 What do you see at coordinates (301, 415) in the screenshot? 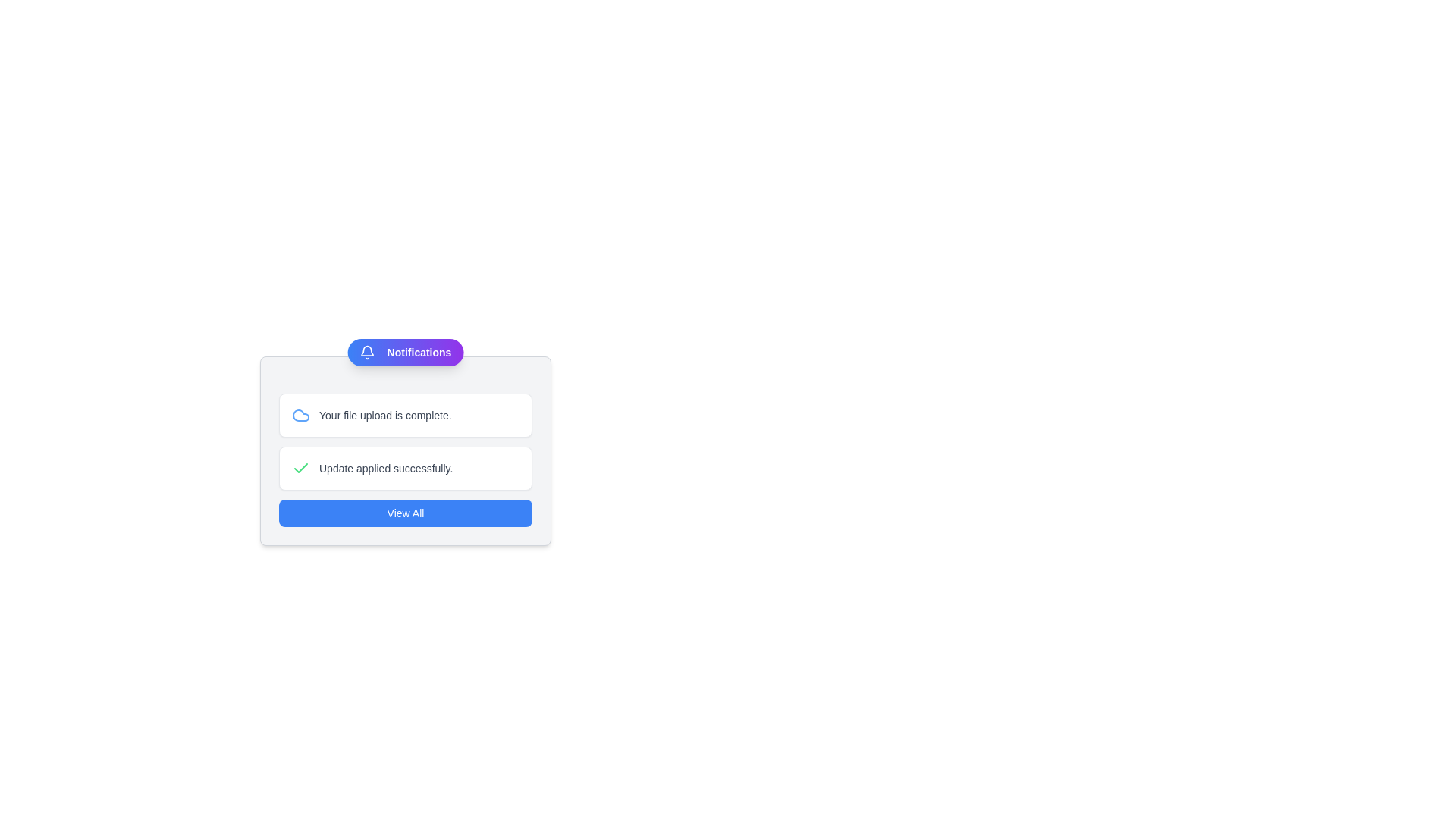
I see `the cloud-shaped icon in light blue color located on the left side of the notification card, which is the first item in a horizontal arrangement` at bounding box center [301, 415].